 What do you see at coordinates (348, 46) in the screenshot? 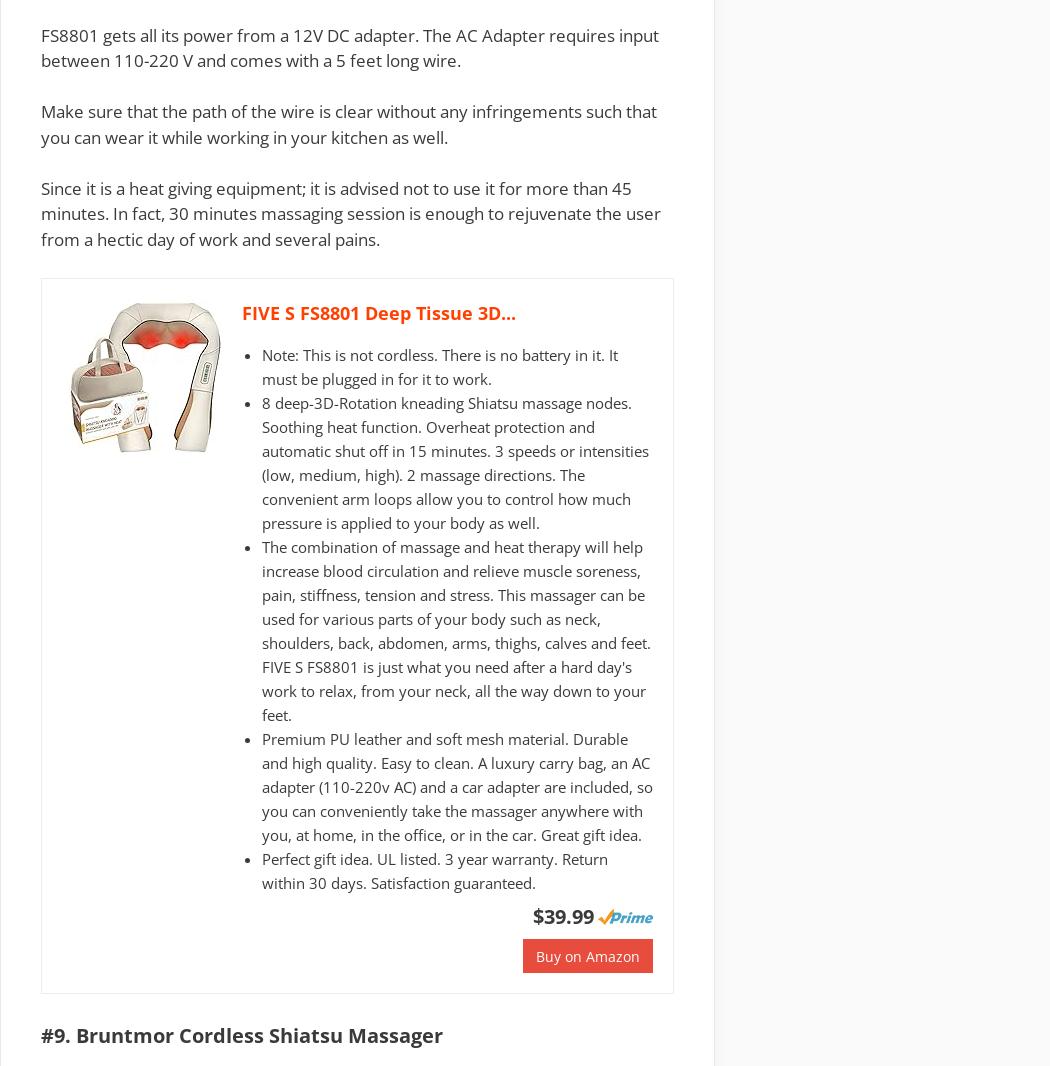
I see `'FS8801 gets all its power from a 12V DC adapter. The AC Adapter requires input between 110-220 V and comes with a 5 feet long wire.'` at bounding box center [348, 46].